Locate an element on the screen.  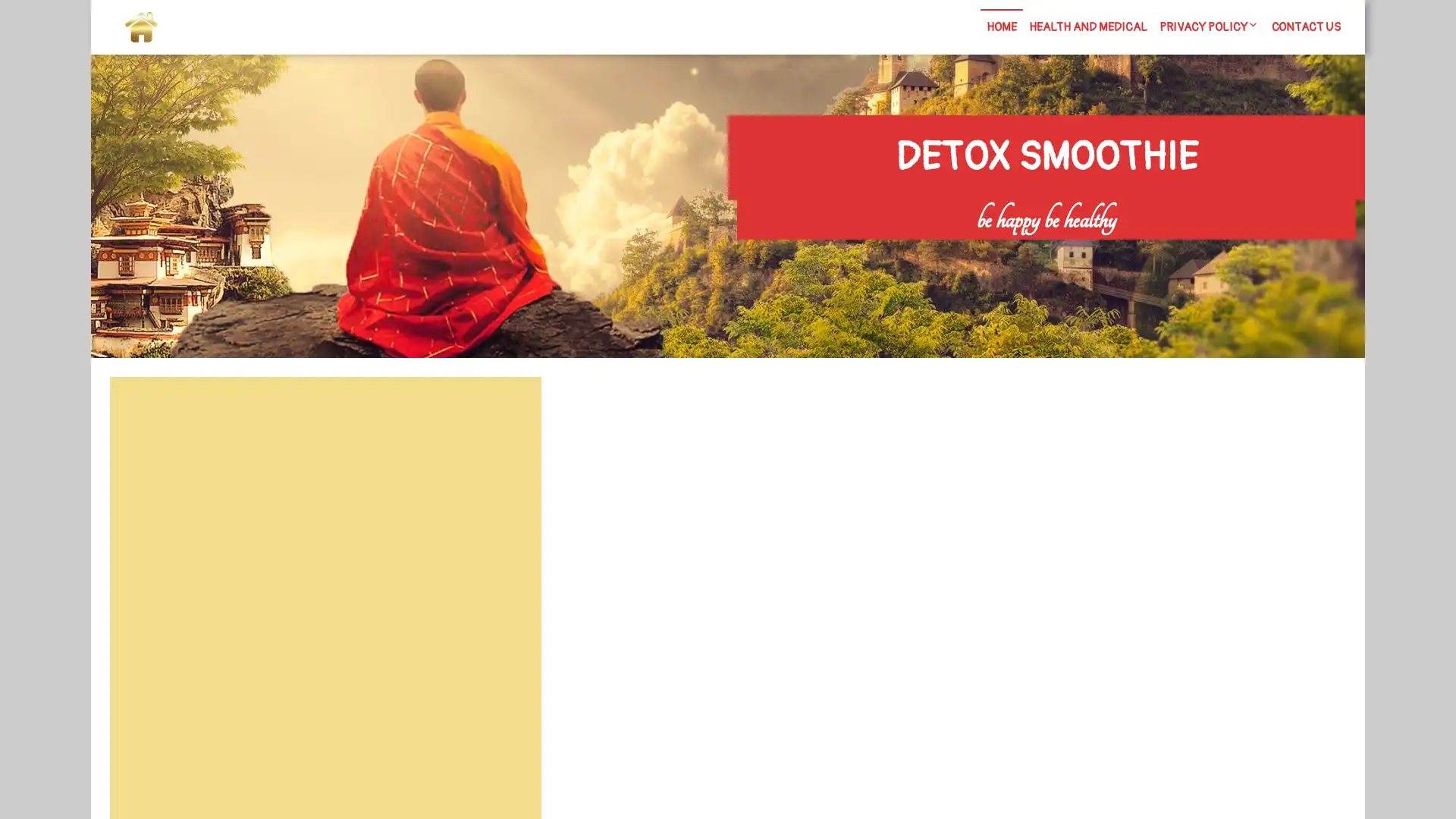
Search is located at coordinates (1181, 248).